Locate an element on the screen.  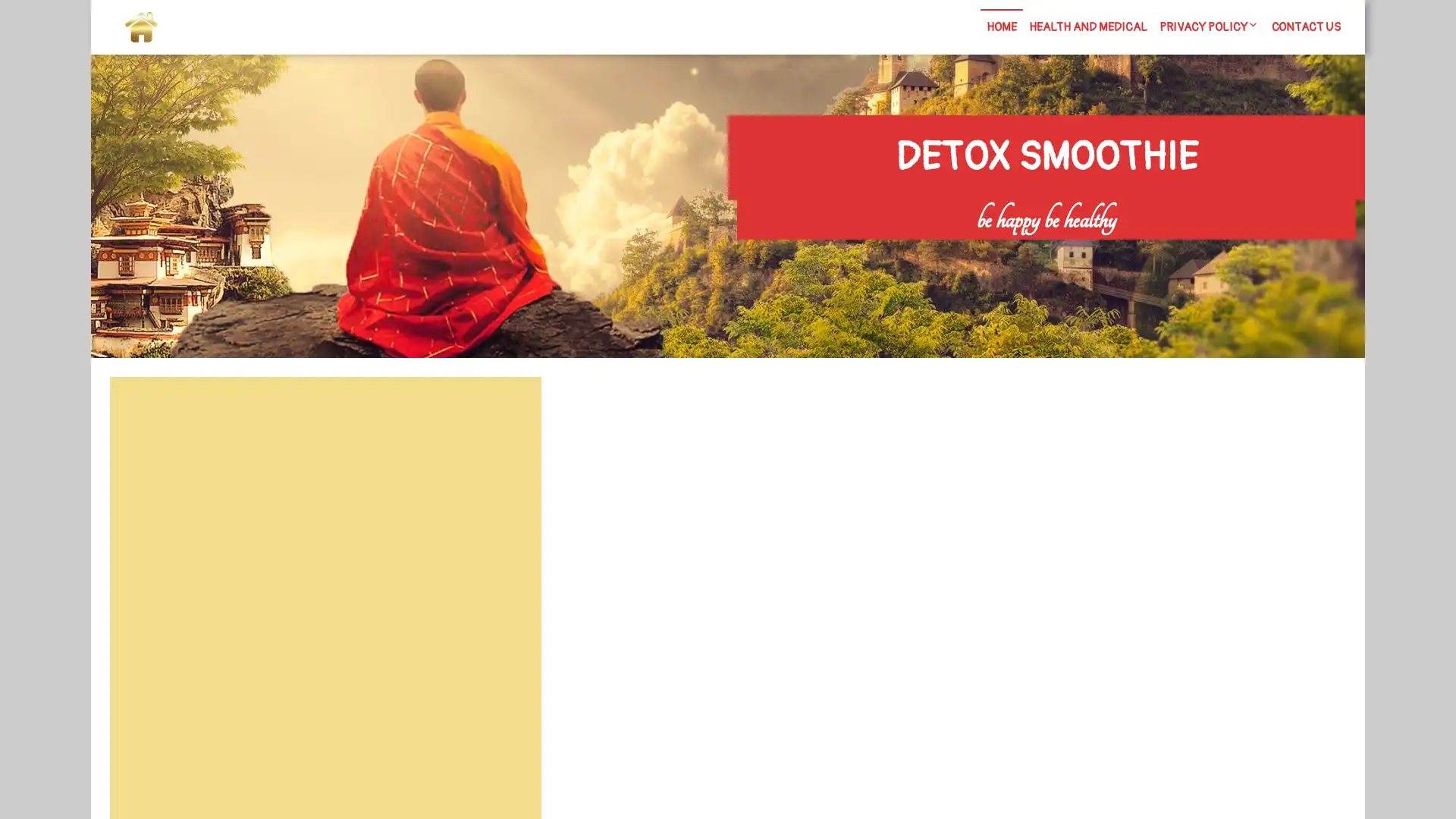
Search is located at coordinates (1181, 248).